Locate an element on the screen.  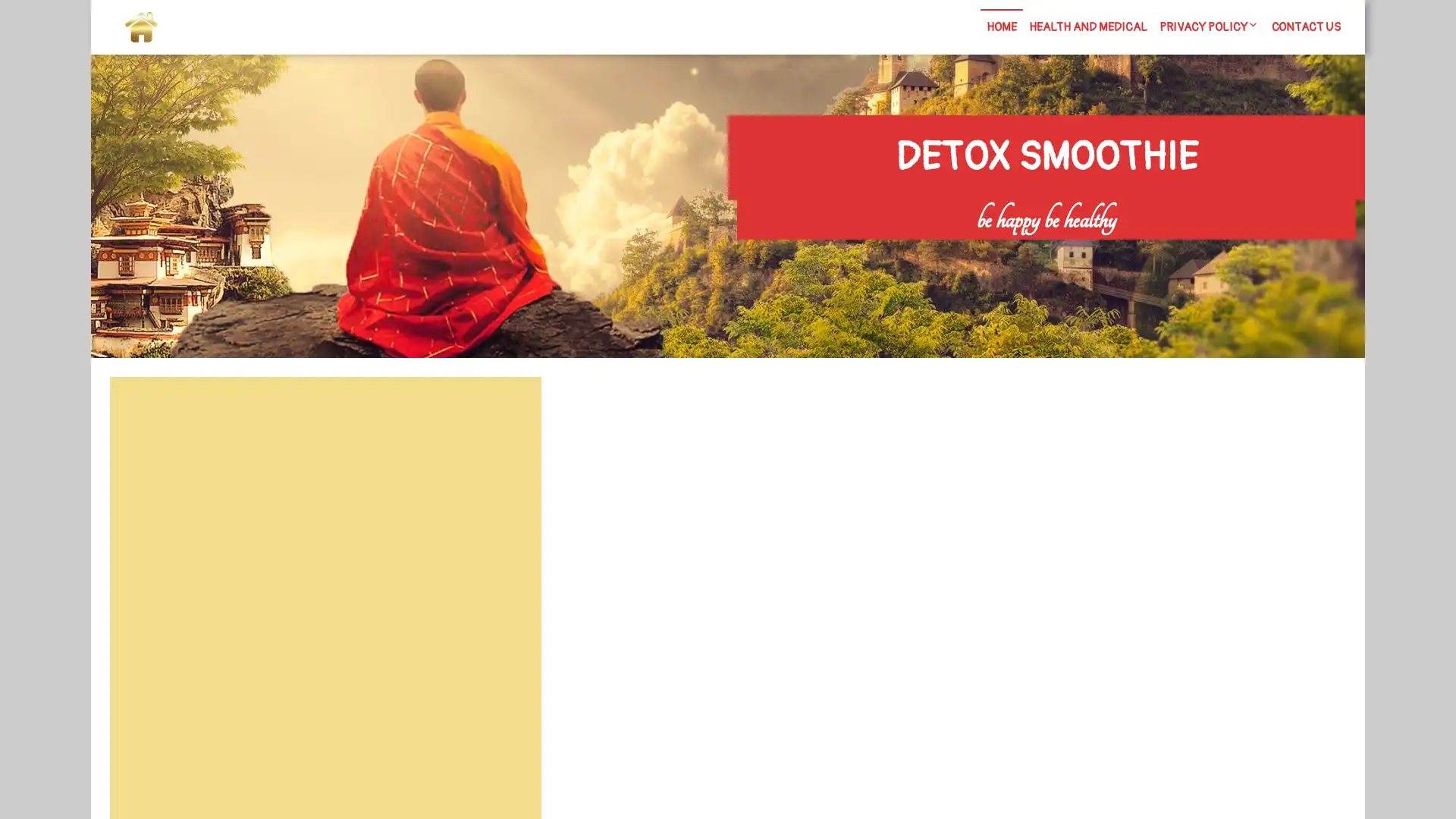
Search is located at coordinates (1181, 248).